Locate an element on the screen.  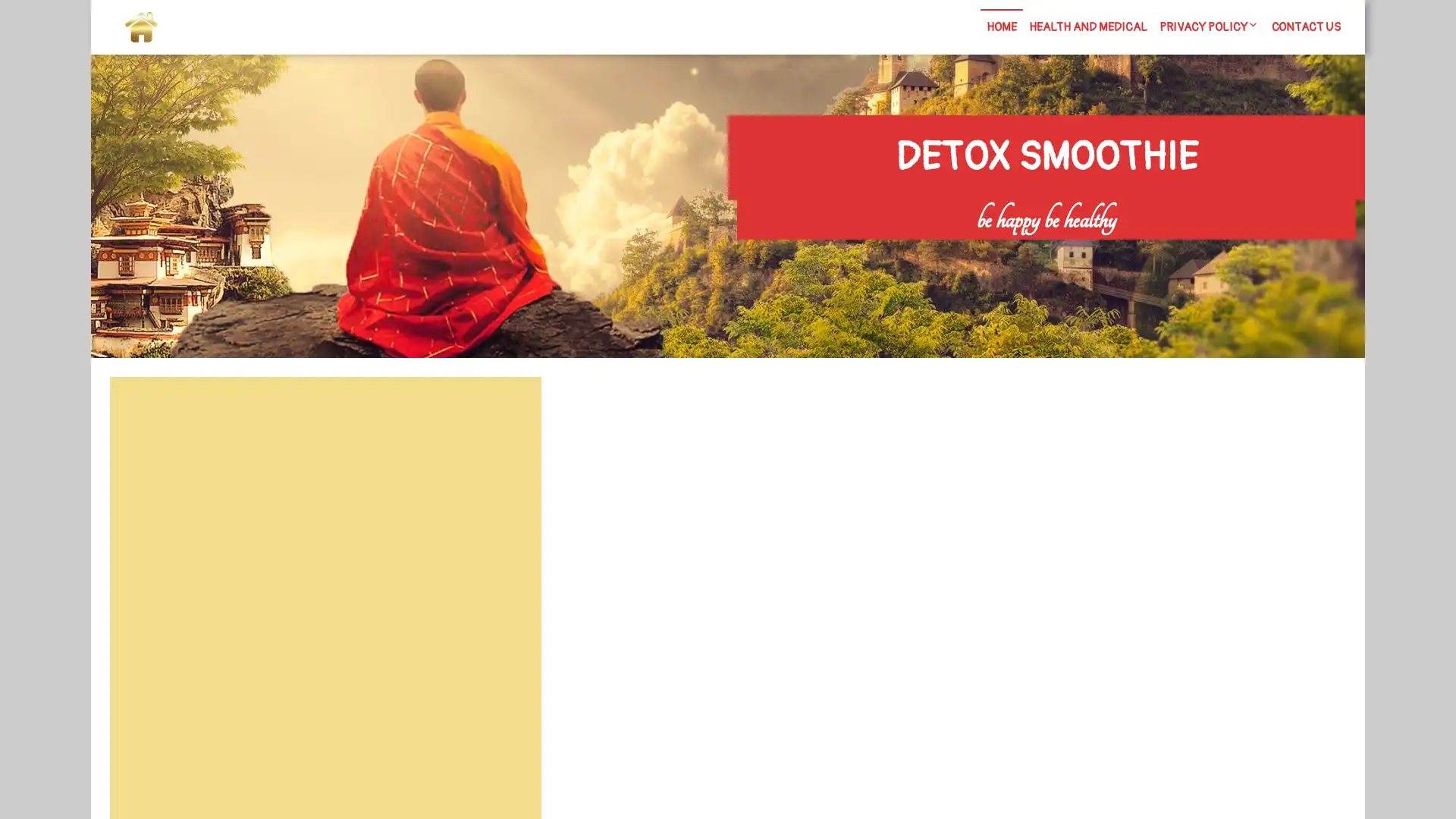
Search is located at coordinates (1181, 248).